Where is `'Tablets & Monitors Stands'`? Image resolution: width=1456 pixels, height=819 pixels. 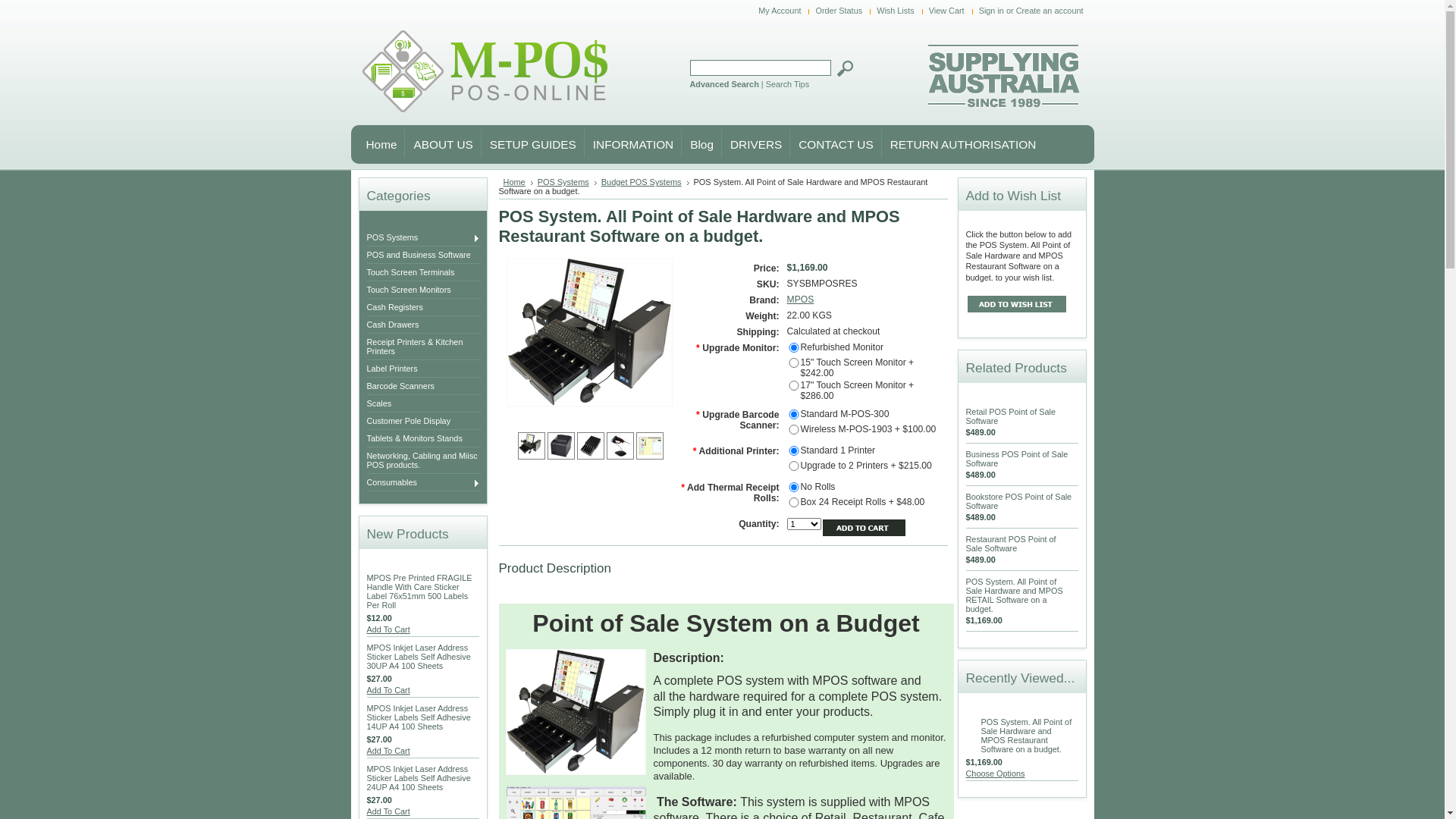 'Tablets & Monitors Stands' is located at coordinates (425, 438).